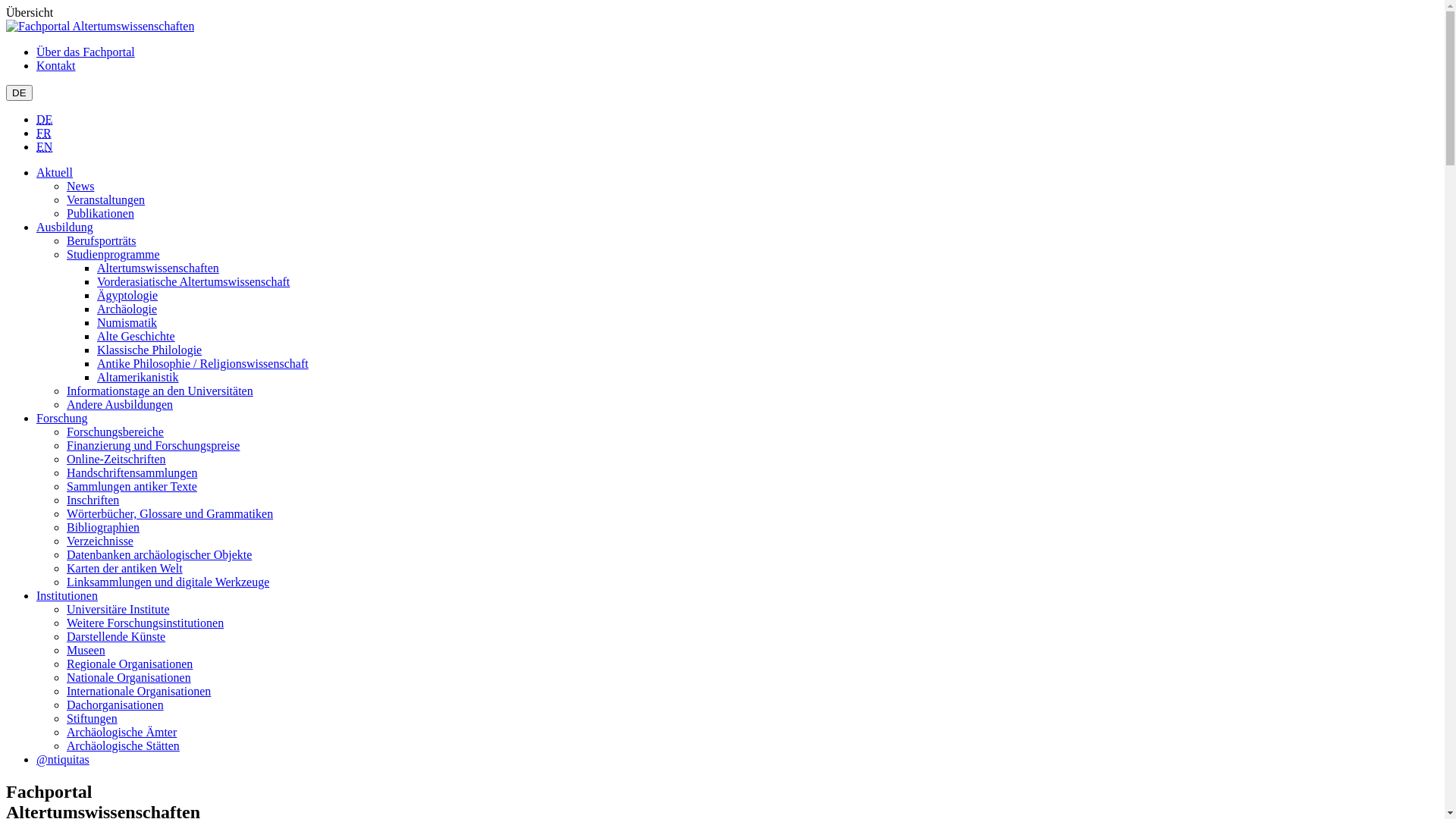 This screenshot has height=819, width=1456. I want to click on 'Stiftungen', so click(65, 717).